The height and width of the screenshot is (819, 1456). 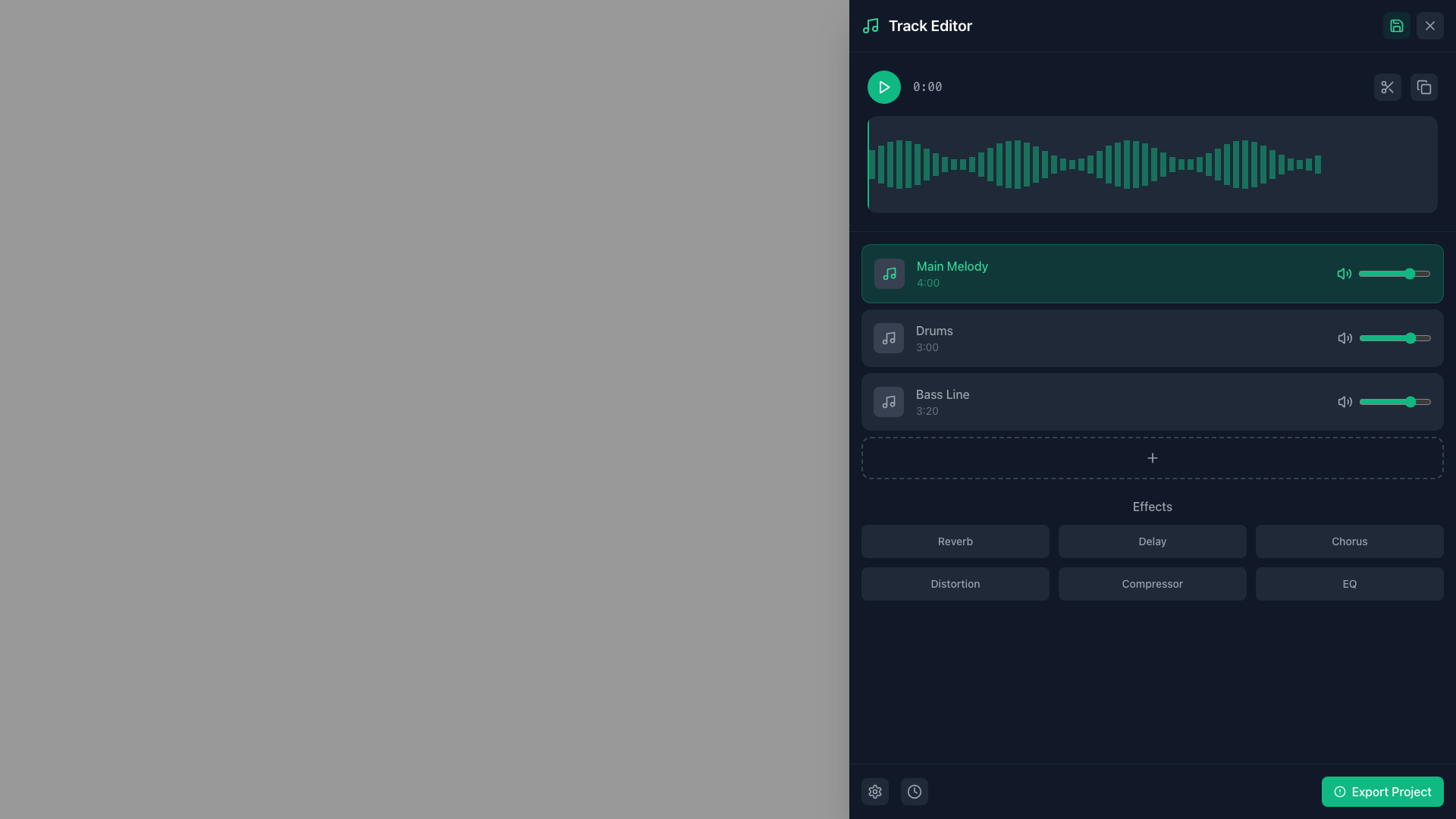 I want to click on the volume slider, so click(x=1404, y=274).